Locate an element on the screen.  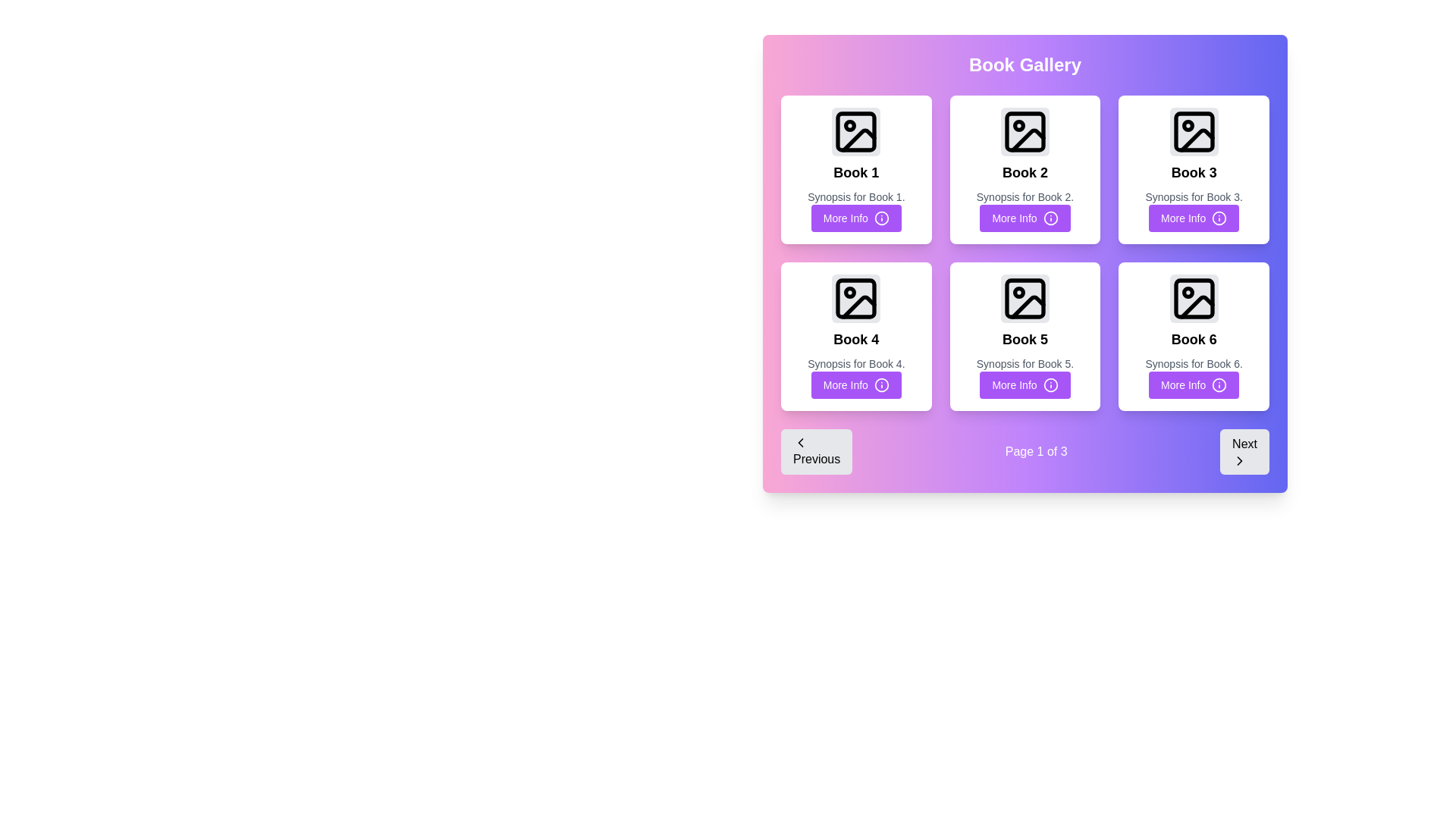
the decorative SVG circle component located within the image icon of the card labeled 'Book 4', positioned in the second row and first column of a 3x2 grid layout is located at coordinates (850, 292).